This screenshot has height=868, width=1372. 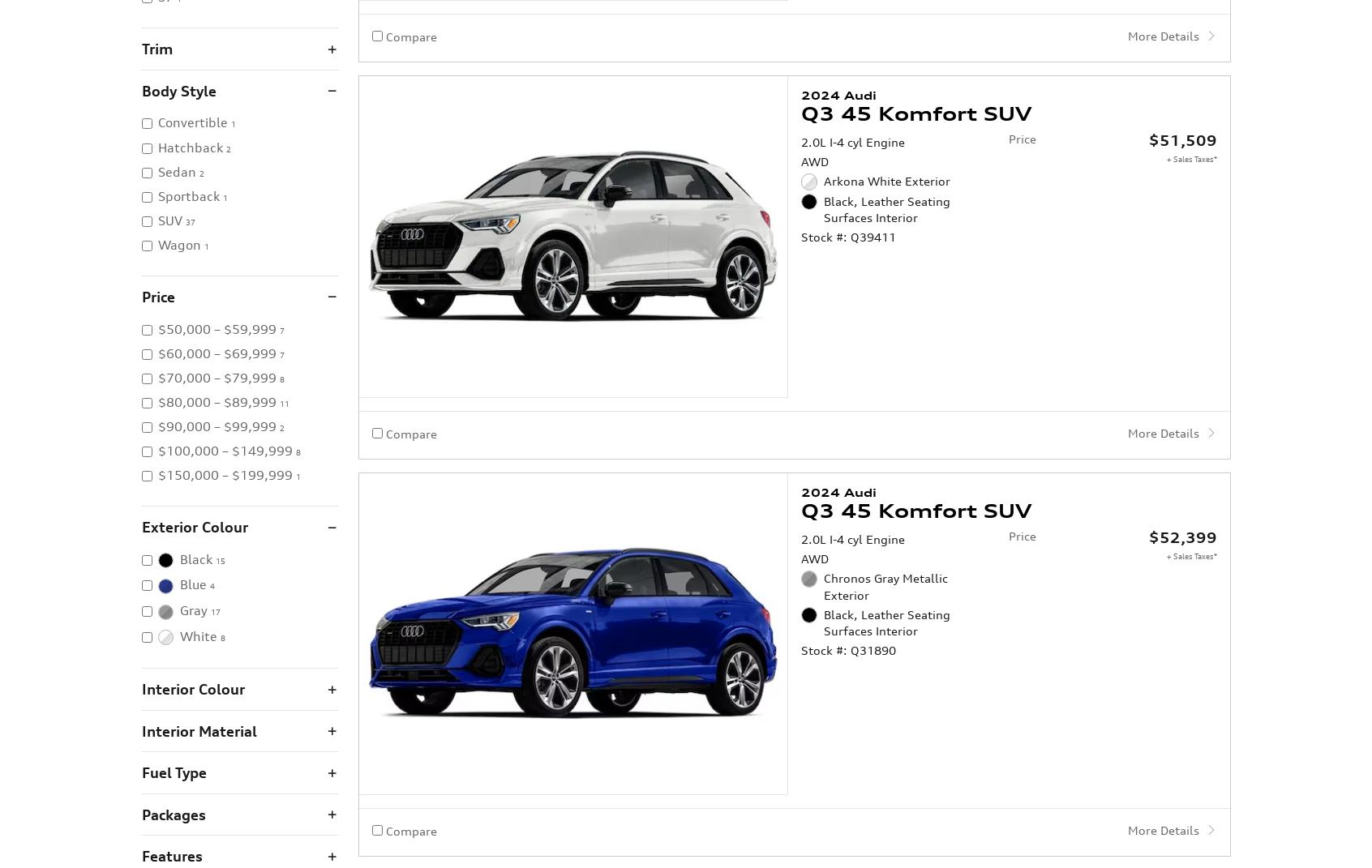 I want to click on 'Stock #: Q39411', so click(x=847, y=237).